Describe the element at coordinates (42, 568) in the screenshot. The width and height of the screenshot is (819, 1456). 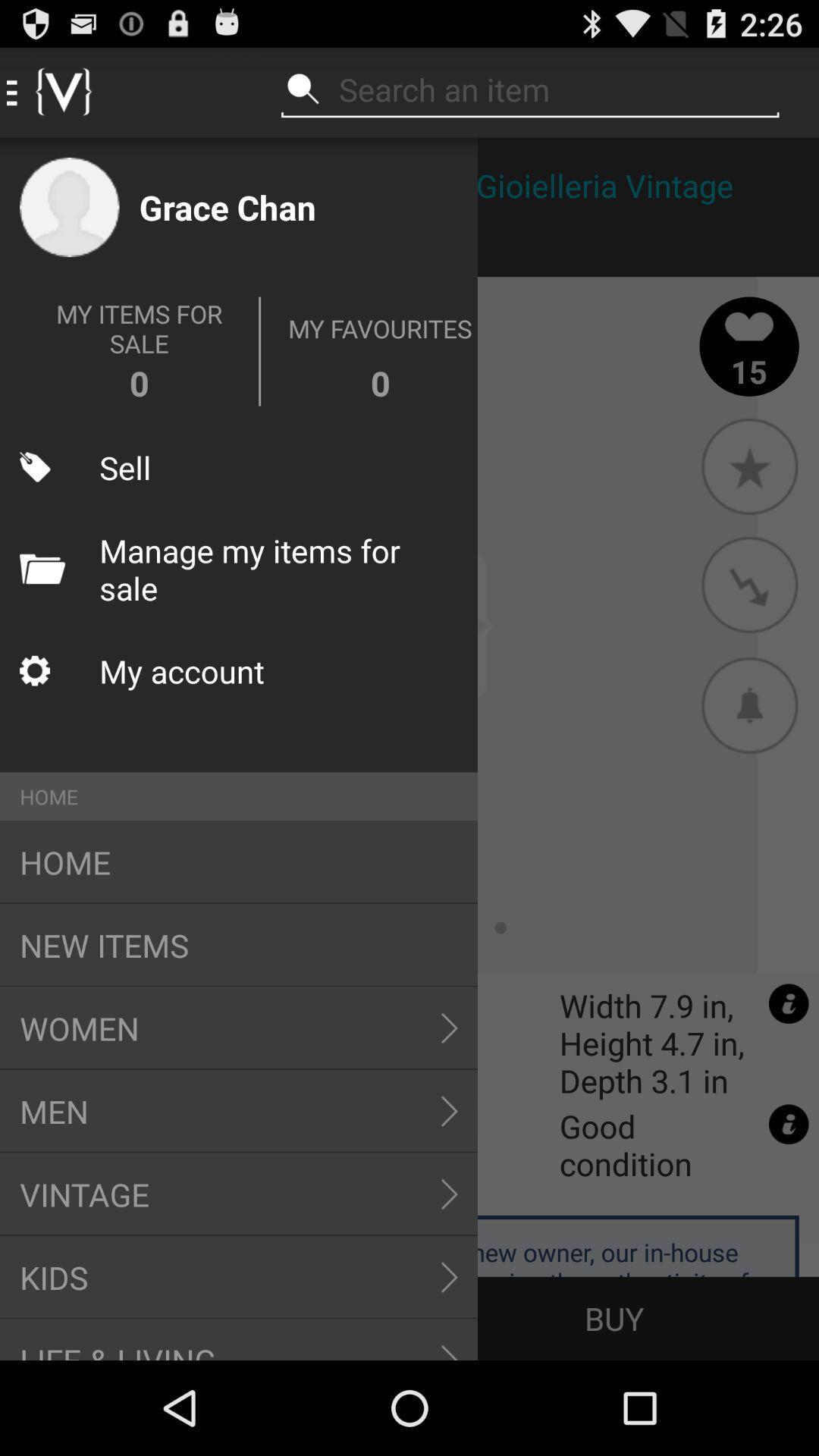
I see `the file manager icon` at that location.